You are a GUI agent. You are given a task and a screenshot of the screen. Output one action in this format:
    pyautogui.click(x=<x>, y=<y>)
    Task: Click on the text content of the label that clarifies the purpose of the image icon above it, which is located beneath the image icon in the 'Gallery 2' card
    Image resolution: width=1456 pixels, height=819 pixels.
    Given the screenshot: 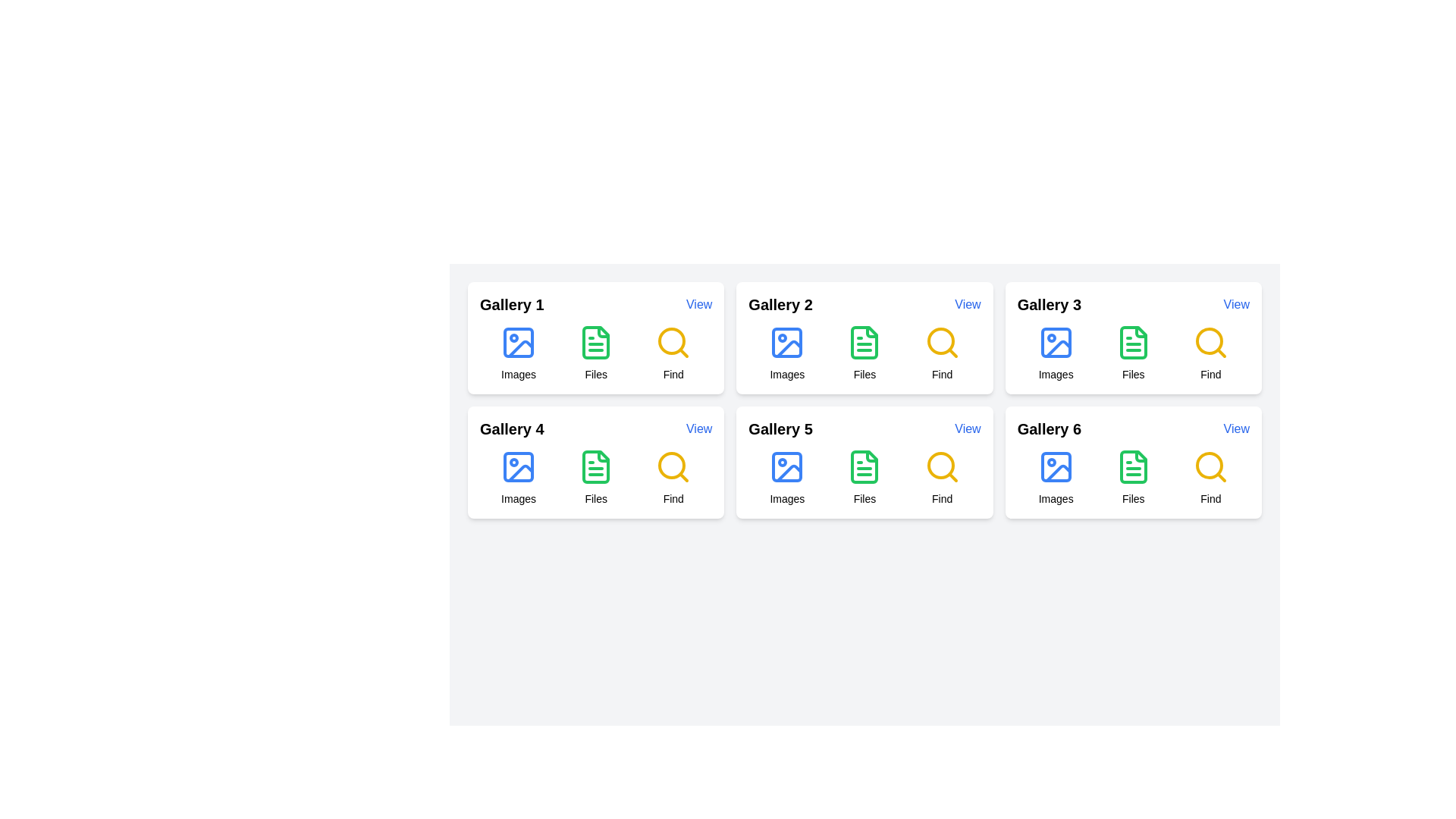 What is the action you would take?
    pyautogui.click(x=787, y=374)
    